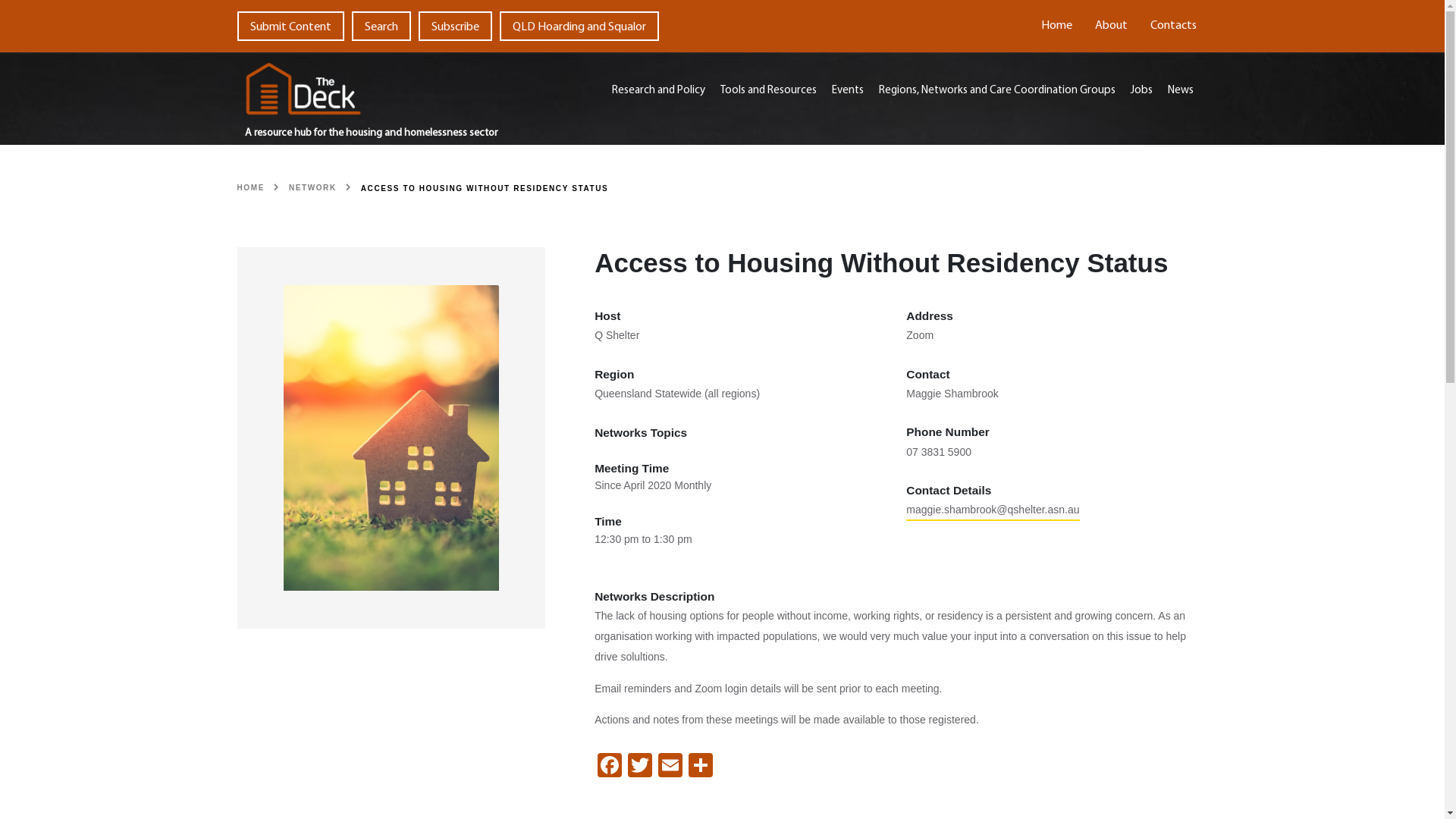  Describe the element at coordinates (906, 512) in the screenshot. I see `'maggie.shambrook@qshelter.asn.au'` at that location.